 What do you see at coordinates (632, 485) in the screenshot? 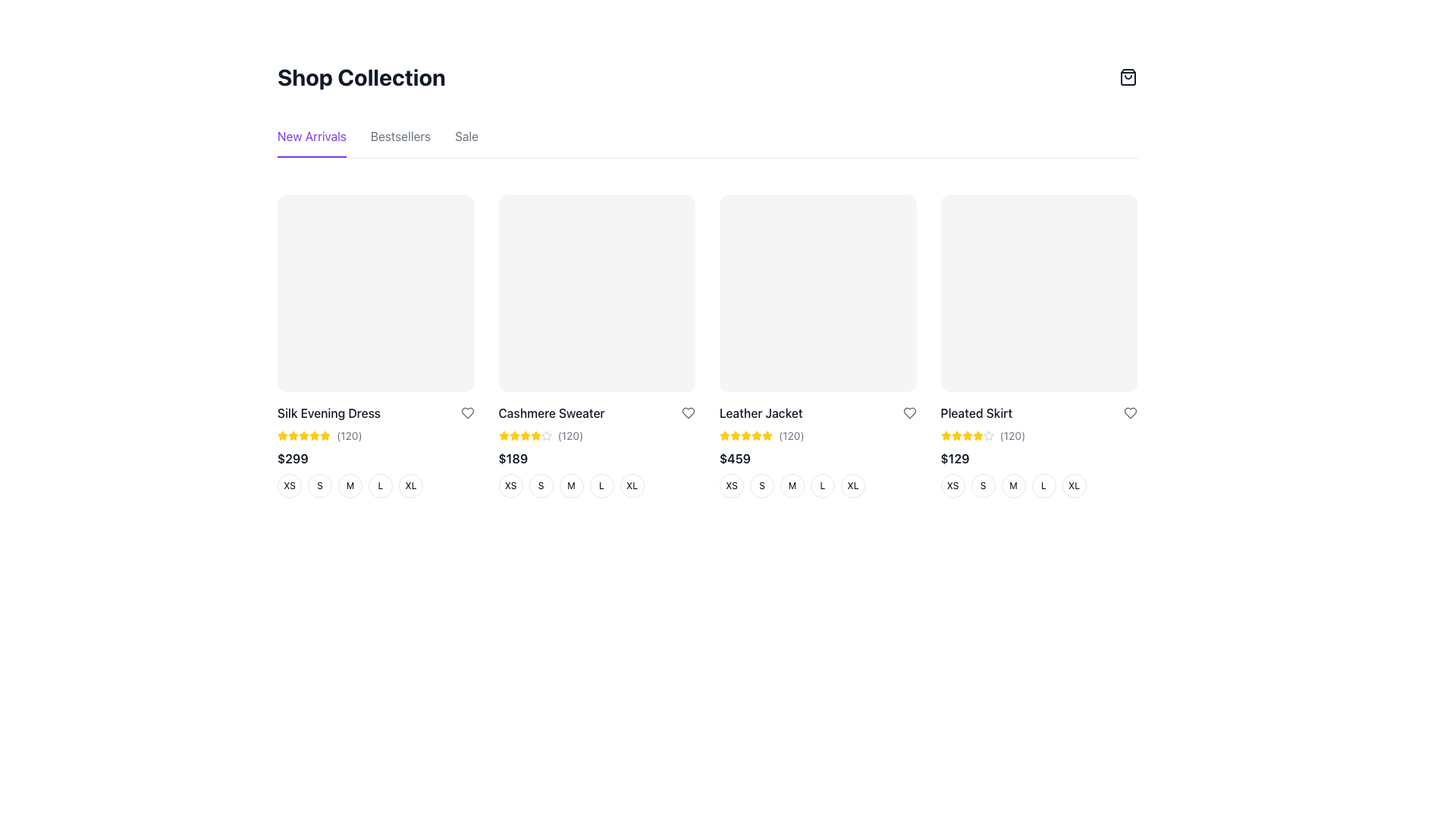
I see `the circular button labeled 'XL'` at bounding box center [632, 485].